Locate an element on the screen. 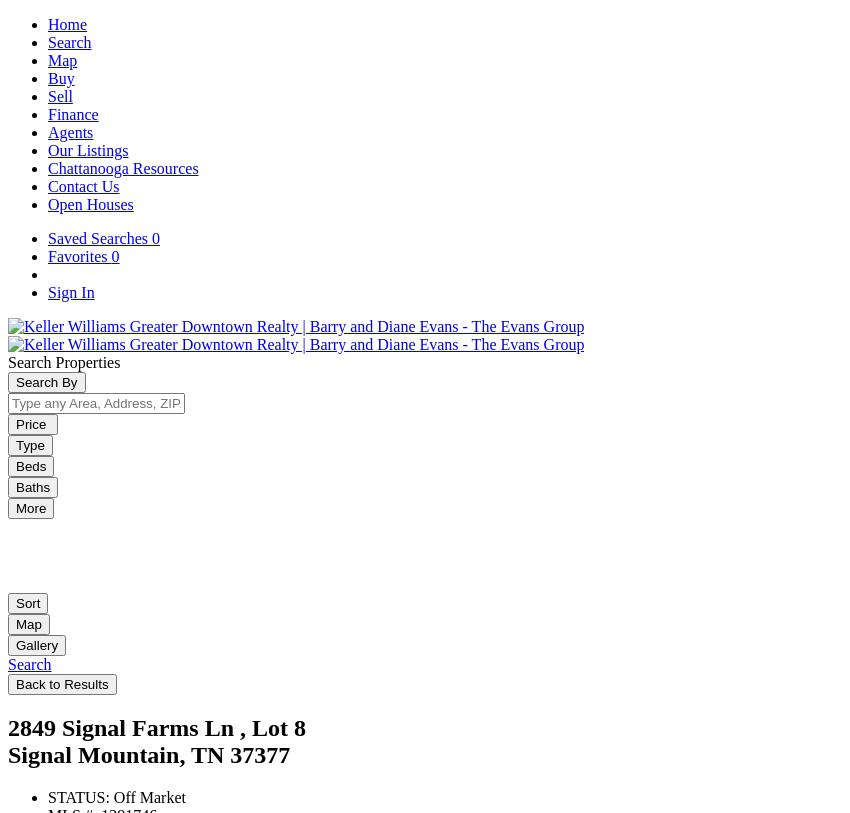 This screenshot has width=850, height=813. 'Save This Search' is located at coordinates (68, 529).